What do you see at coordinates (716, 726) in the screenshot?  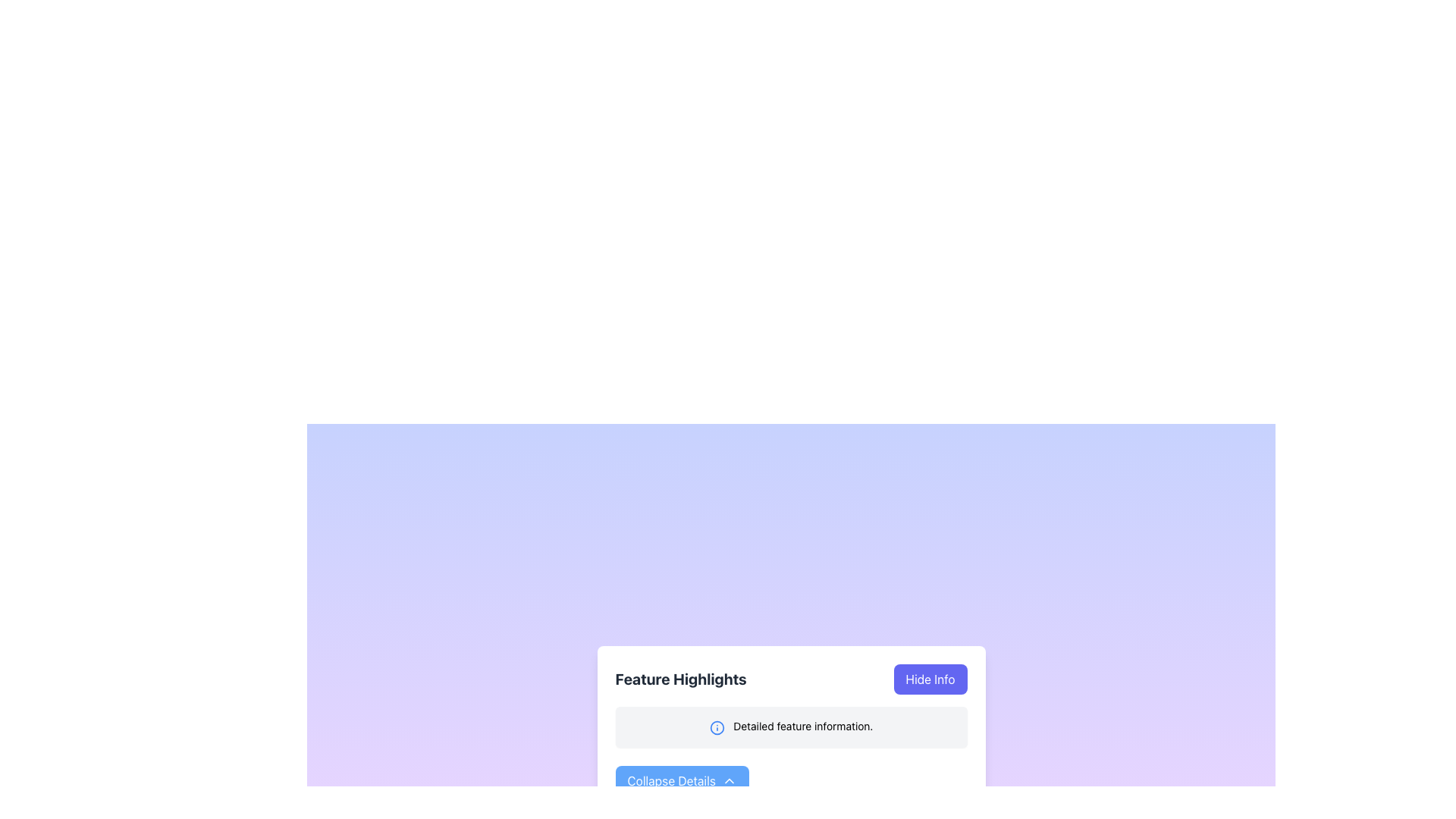 I see `the information icon located in the 'Feature Highlights' section, which precedes the text 'Detailed feature information.'` at bounding box center [716, 726].